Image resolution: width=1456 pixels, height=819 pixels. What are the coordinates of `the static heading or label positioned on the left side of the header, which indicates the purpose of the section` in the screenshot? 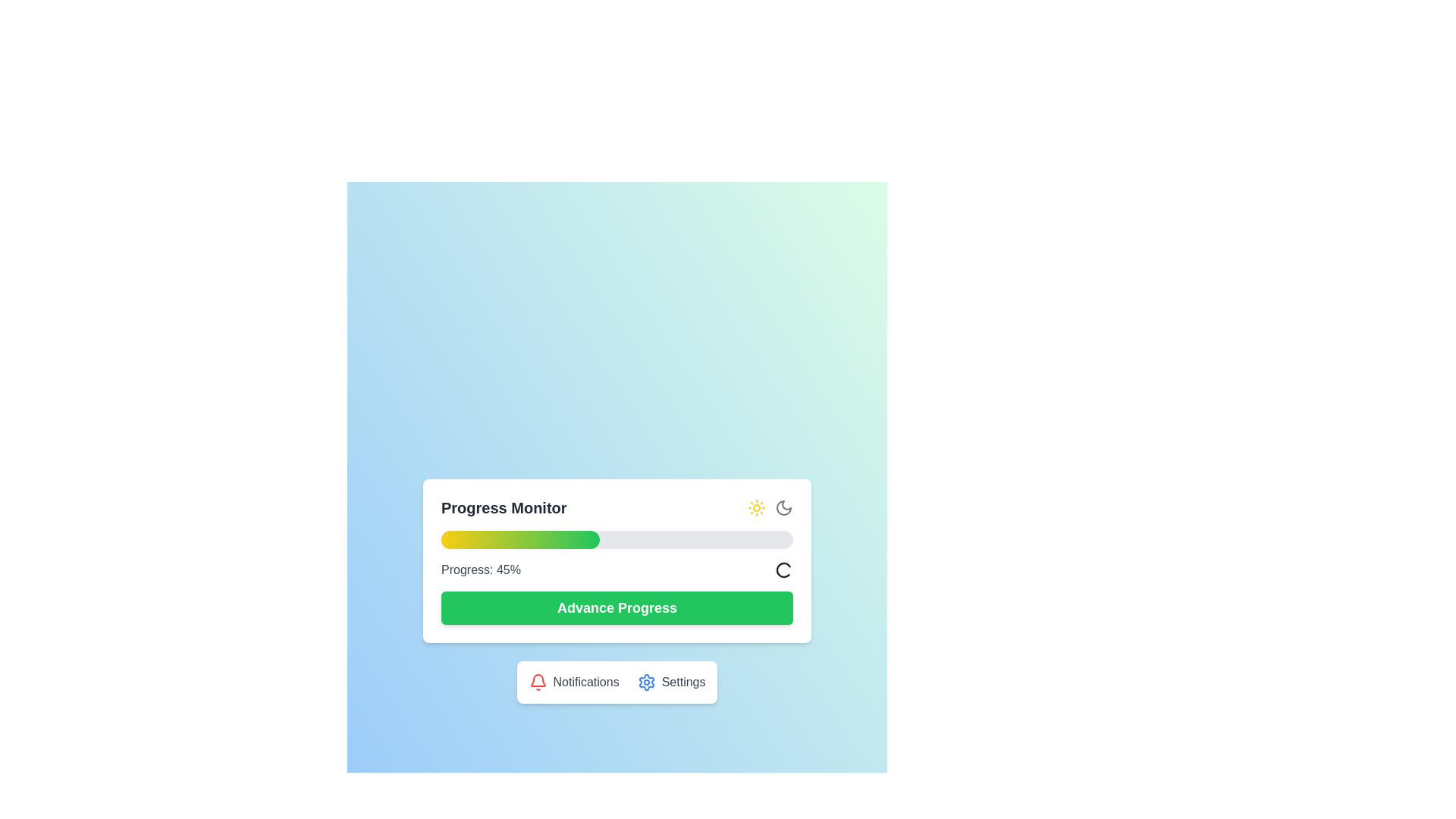 It's located at (504, 508).